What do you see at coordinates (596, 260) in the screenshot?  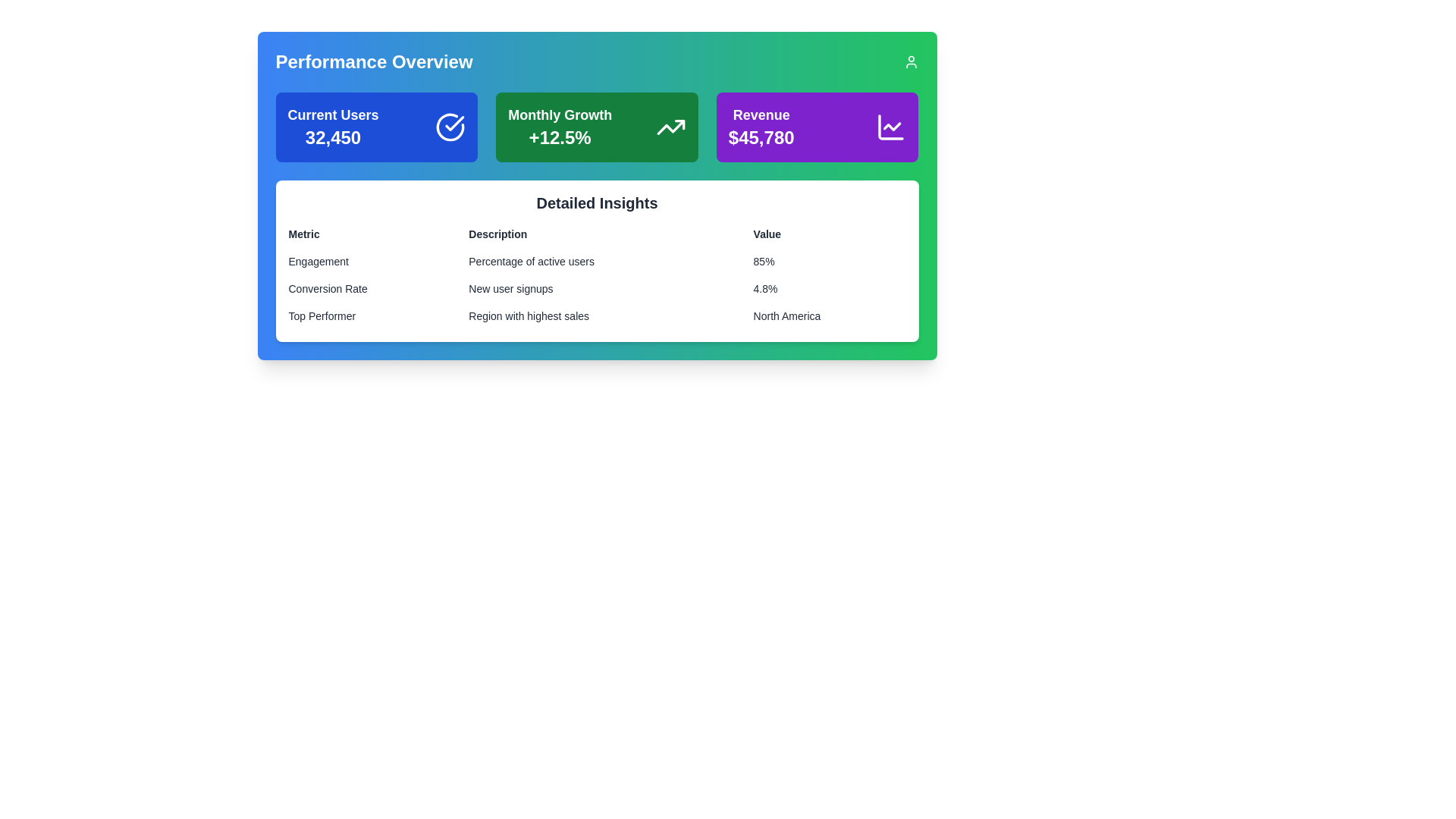 I see `the first row labeled 'Engagement' in the detailed insights table` at bounding box center [596, 260].